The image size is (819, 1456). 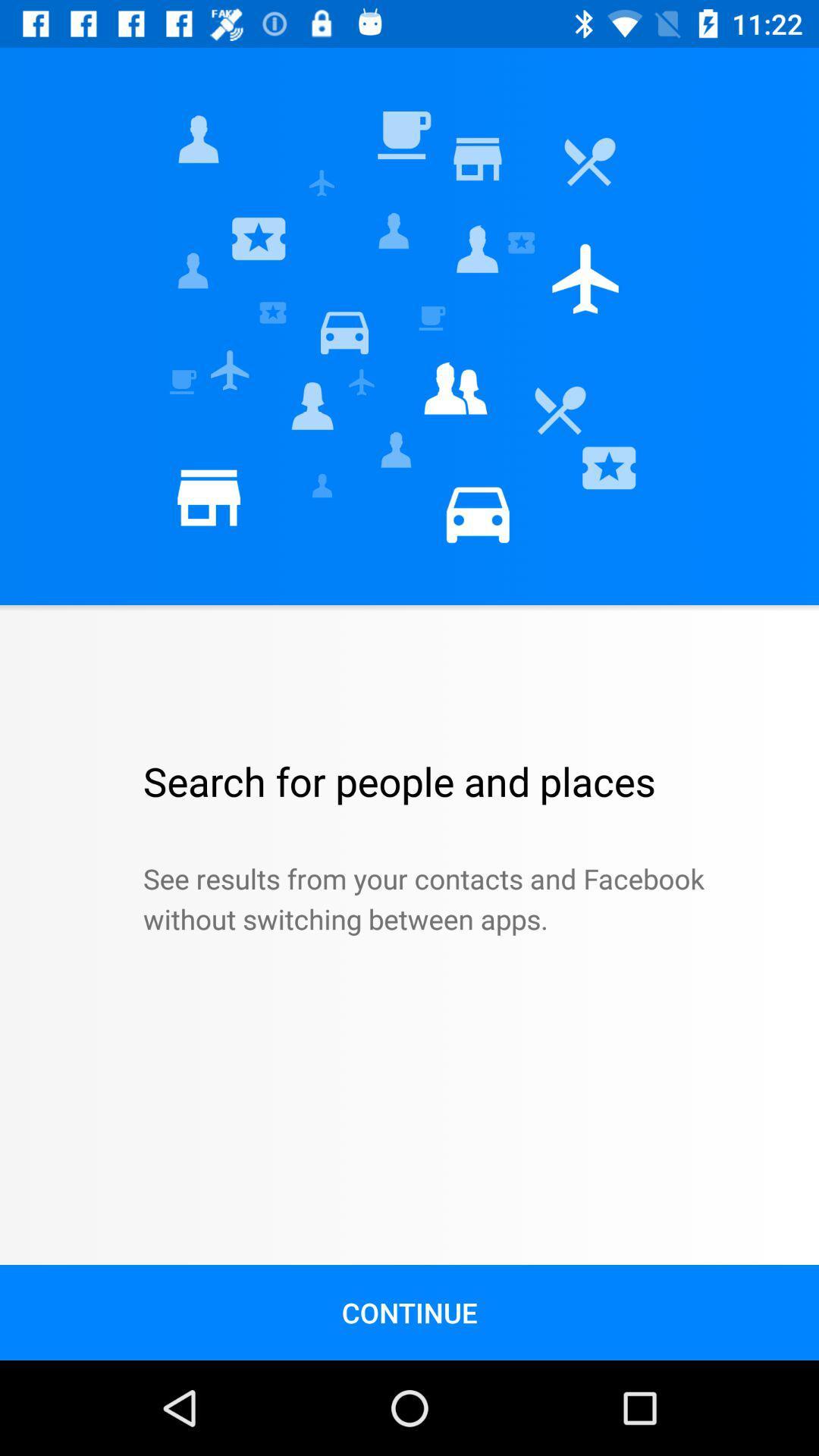 I want to click on the continue icon, so click(x=409, y=1312).